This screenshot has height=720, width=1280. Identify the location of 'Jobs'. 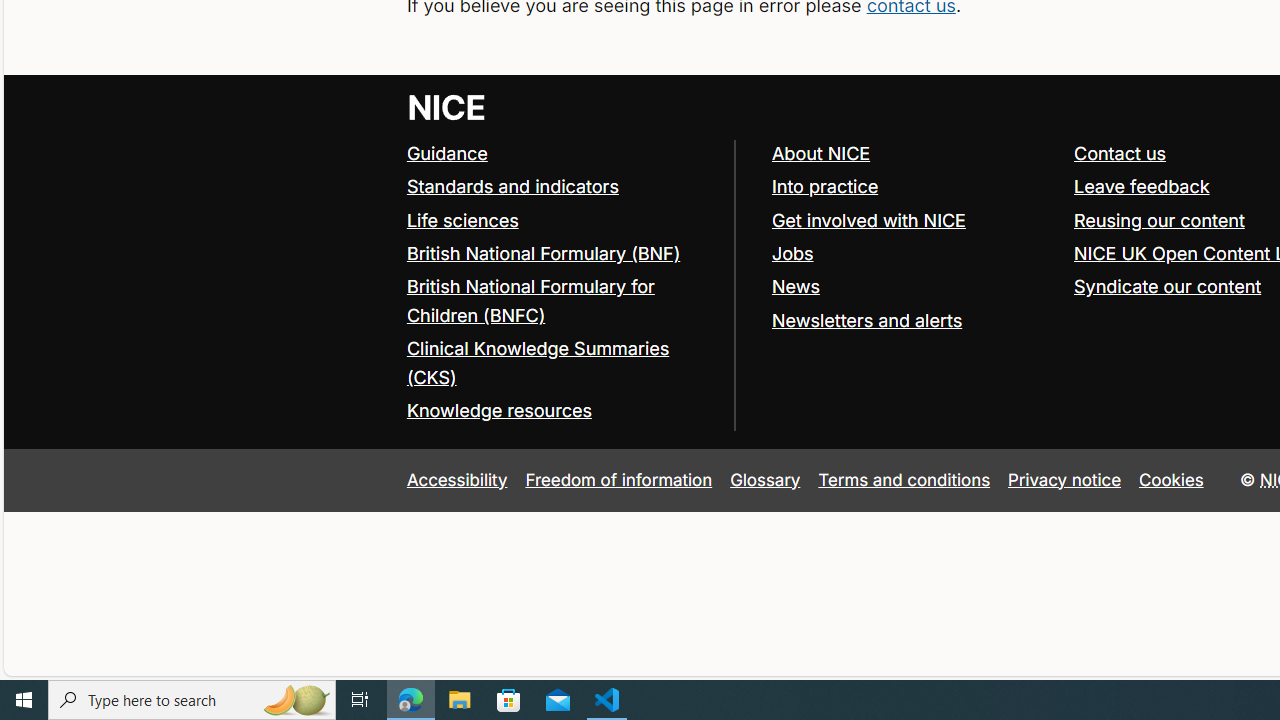
(912, 253).